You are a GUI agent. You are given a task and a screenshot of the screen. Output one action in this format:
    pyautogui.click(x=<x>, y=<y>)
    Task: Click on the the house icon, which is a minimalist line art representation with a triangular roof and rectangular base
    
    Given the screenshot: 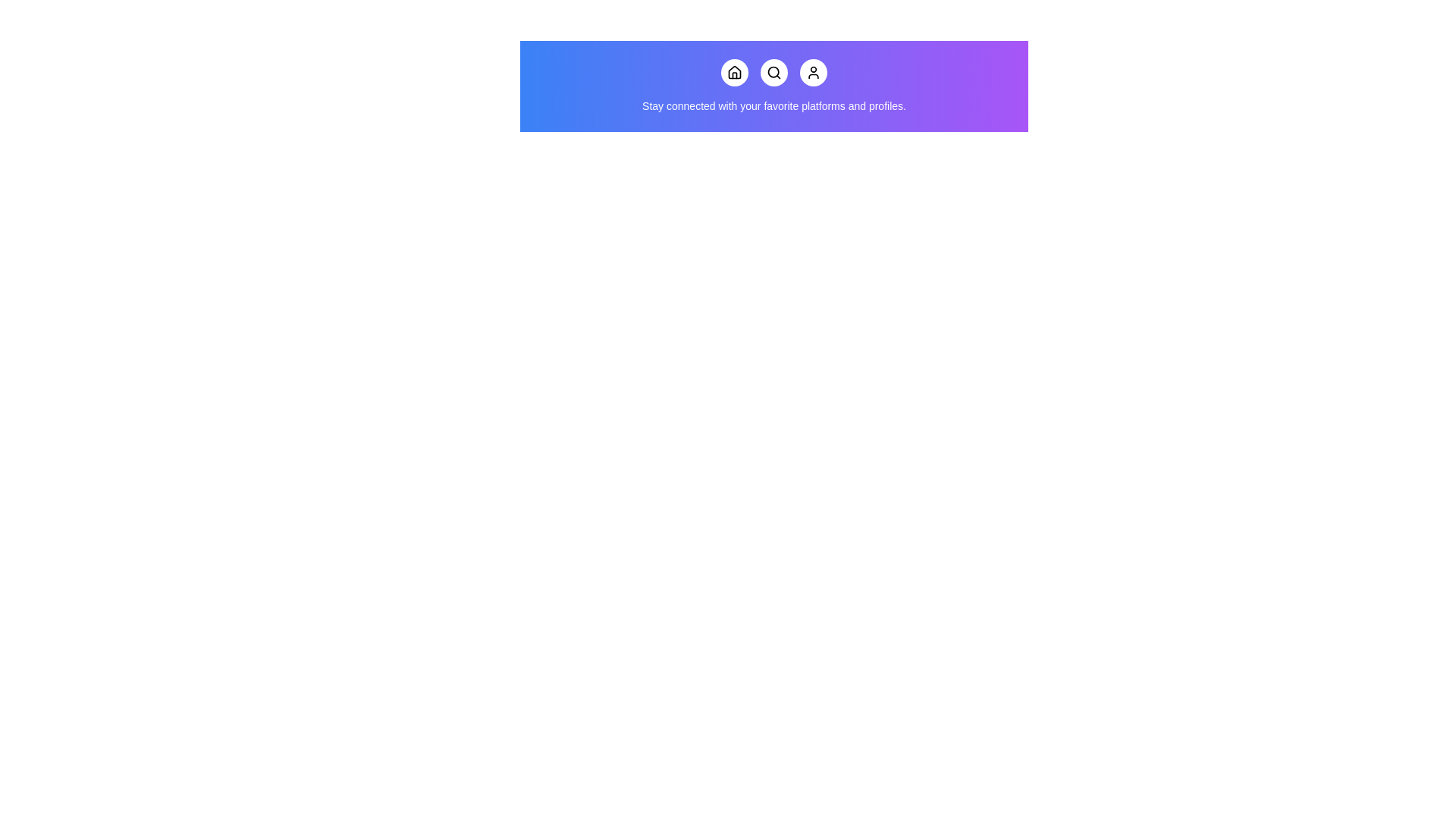 What is the action you would take?
    pyautogui.click(x=735, y=73)
    